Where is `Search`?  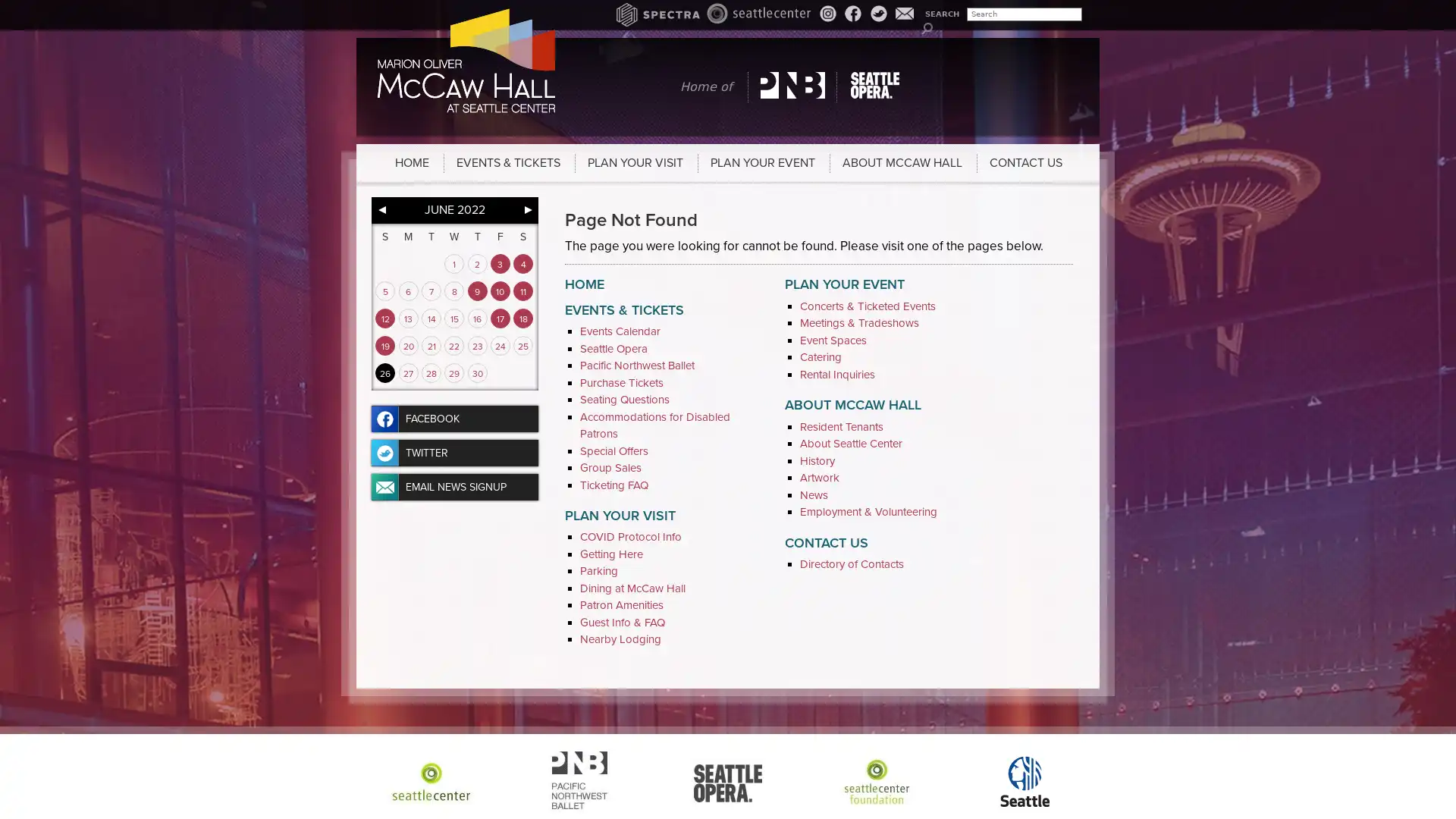 Search is located at coordinates (926, 27).